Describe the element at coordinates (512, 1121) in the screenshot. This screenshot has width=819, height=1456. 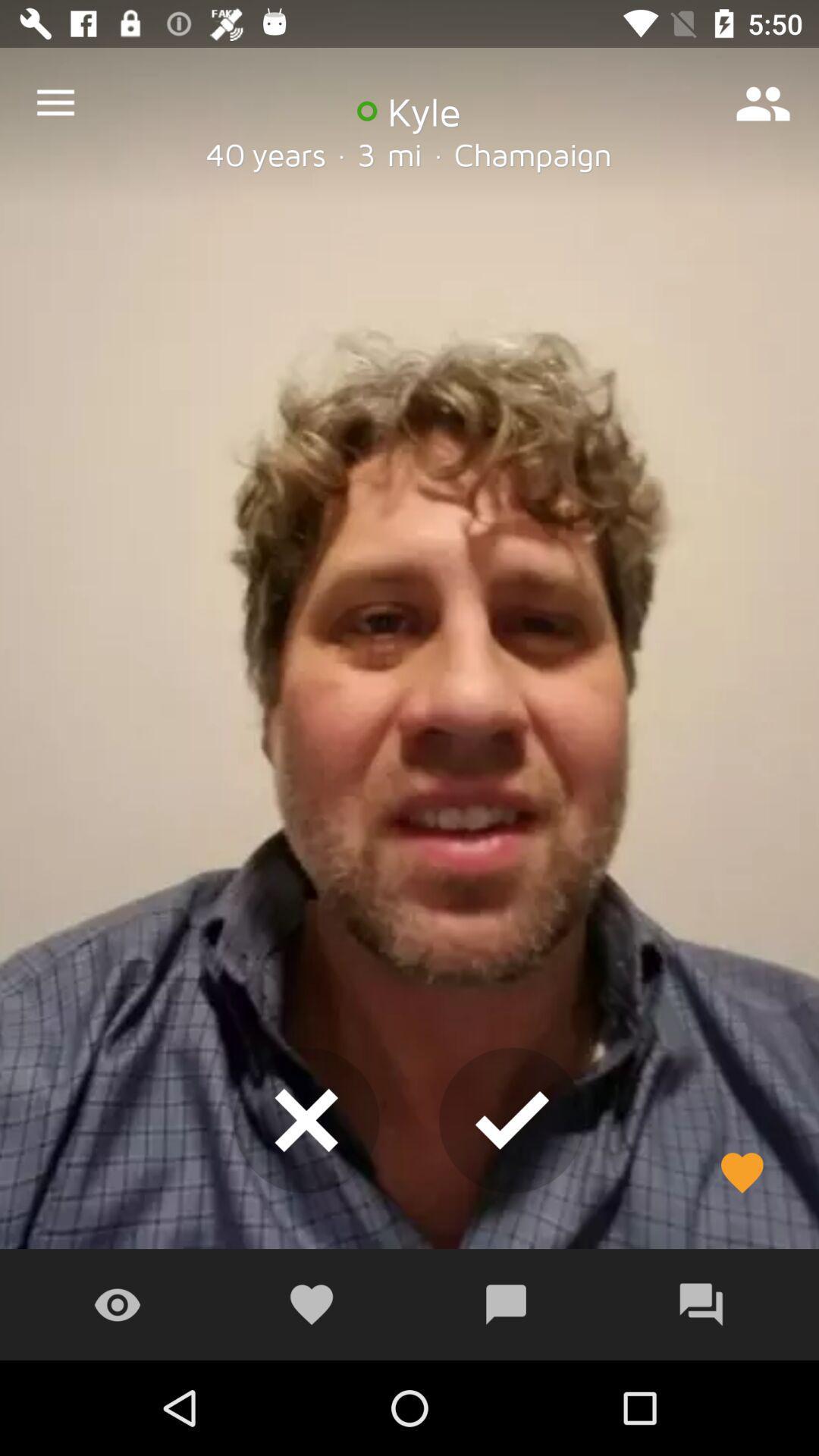
I see `the tick option` at that location.